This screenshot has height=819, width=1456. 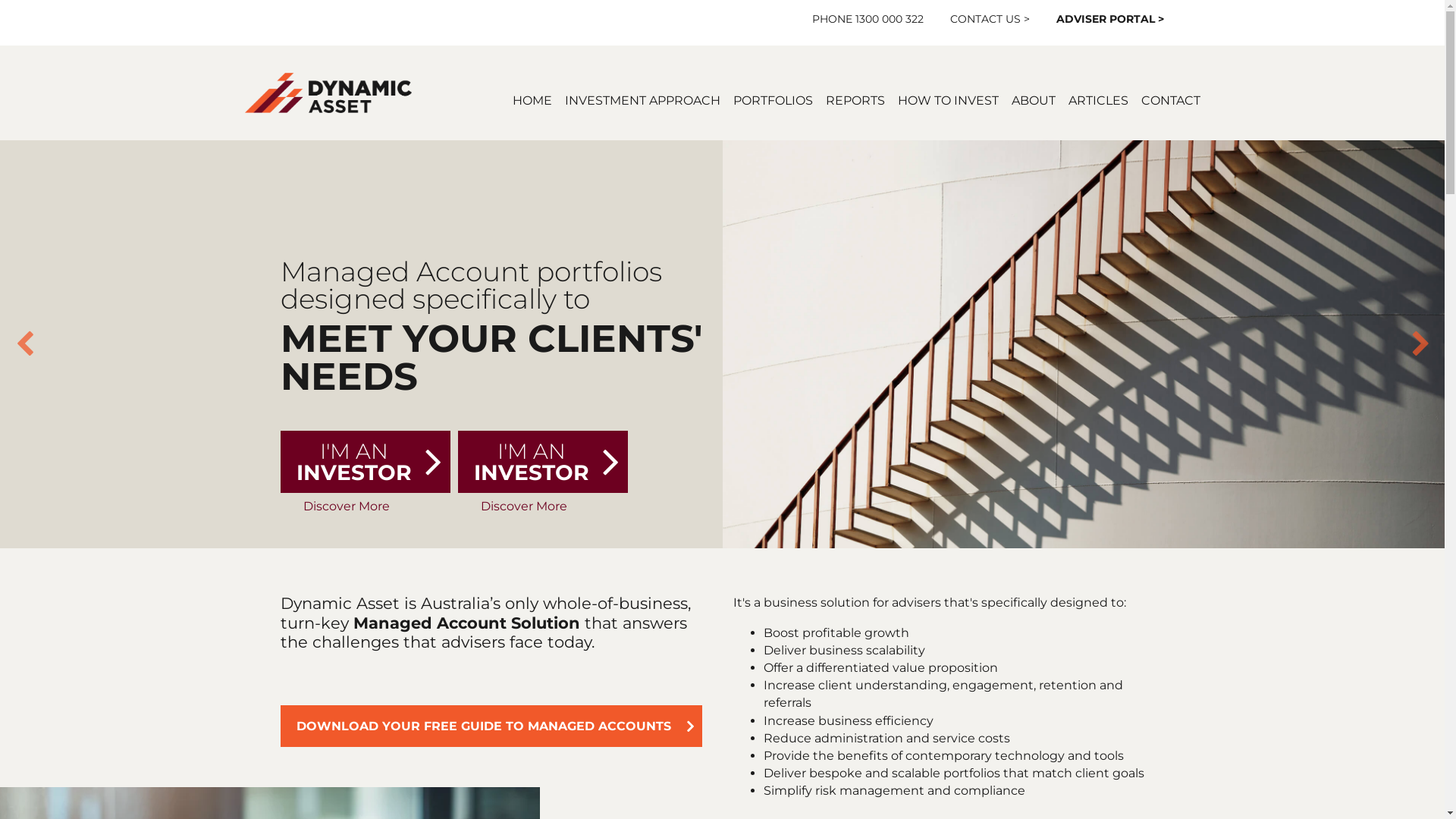 I want to click on 'ABOUT', so click(x=1033, y=100).